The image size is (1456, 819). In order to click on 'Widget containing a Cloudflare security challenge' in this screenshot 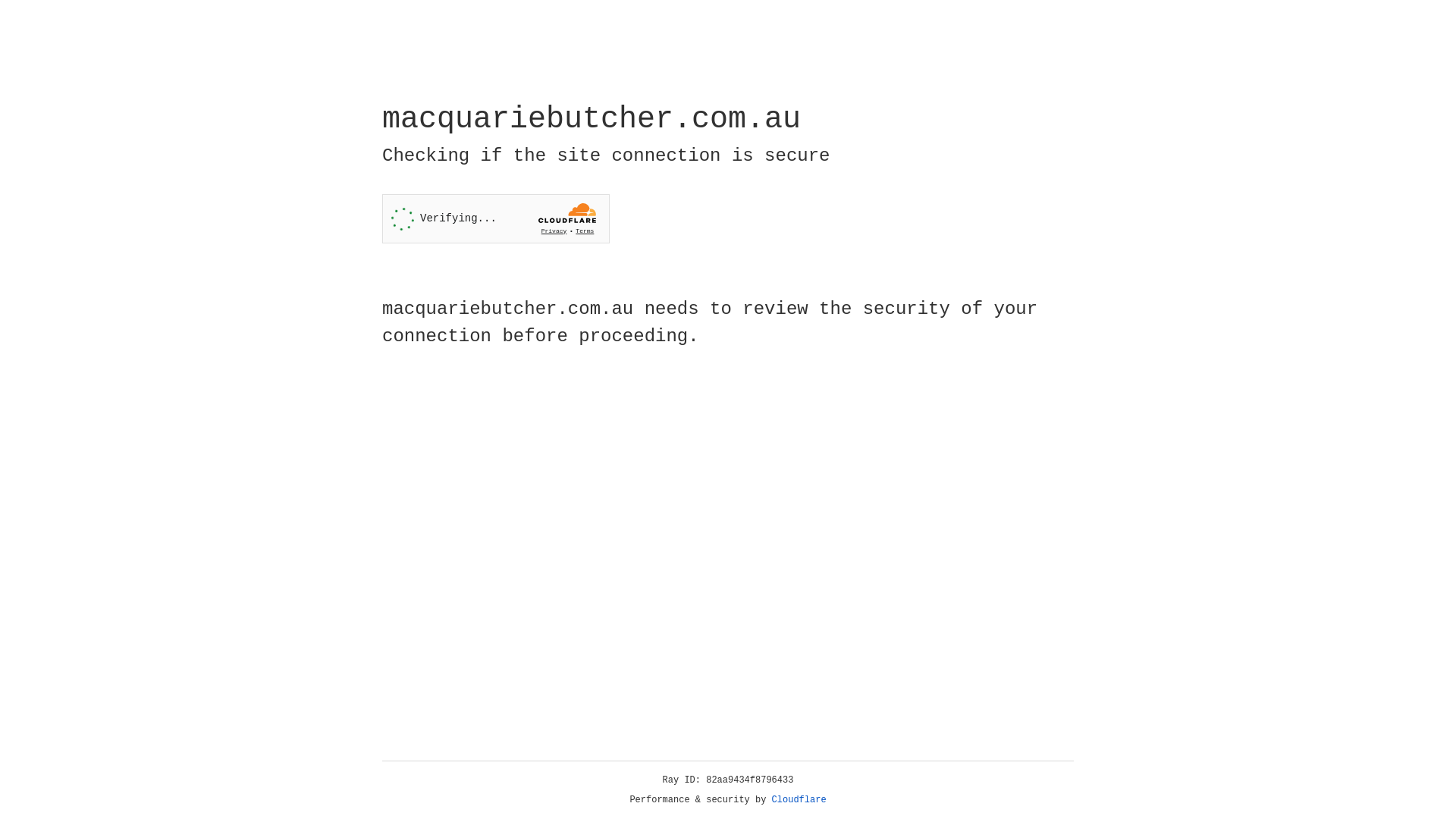, I will do `click(495, 218)`.